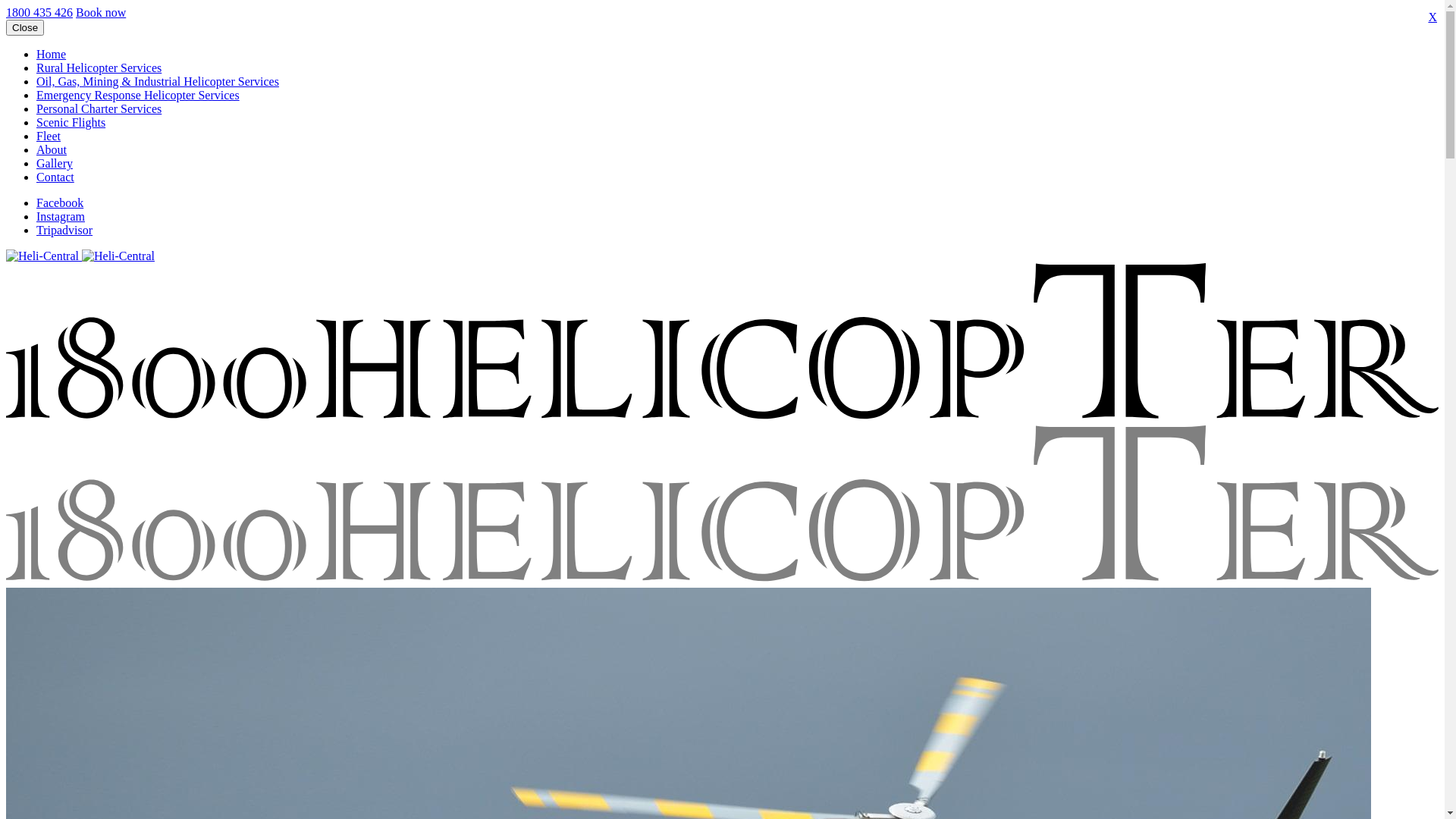  What do you see at coordinates (48, 135) in the screenshot?
I see `'Fleet'` at bounding box center [48, 135].